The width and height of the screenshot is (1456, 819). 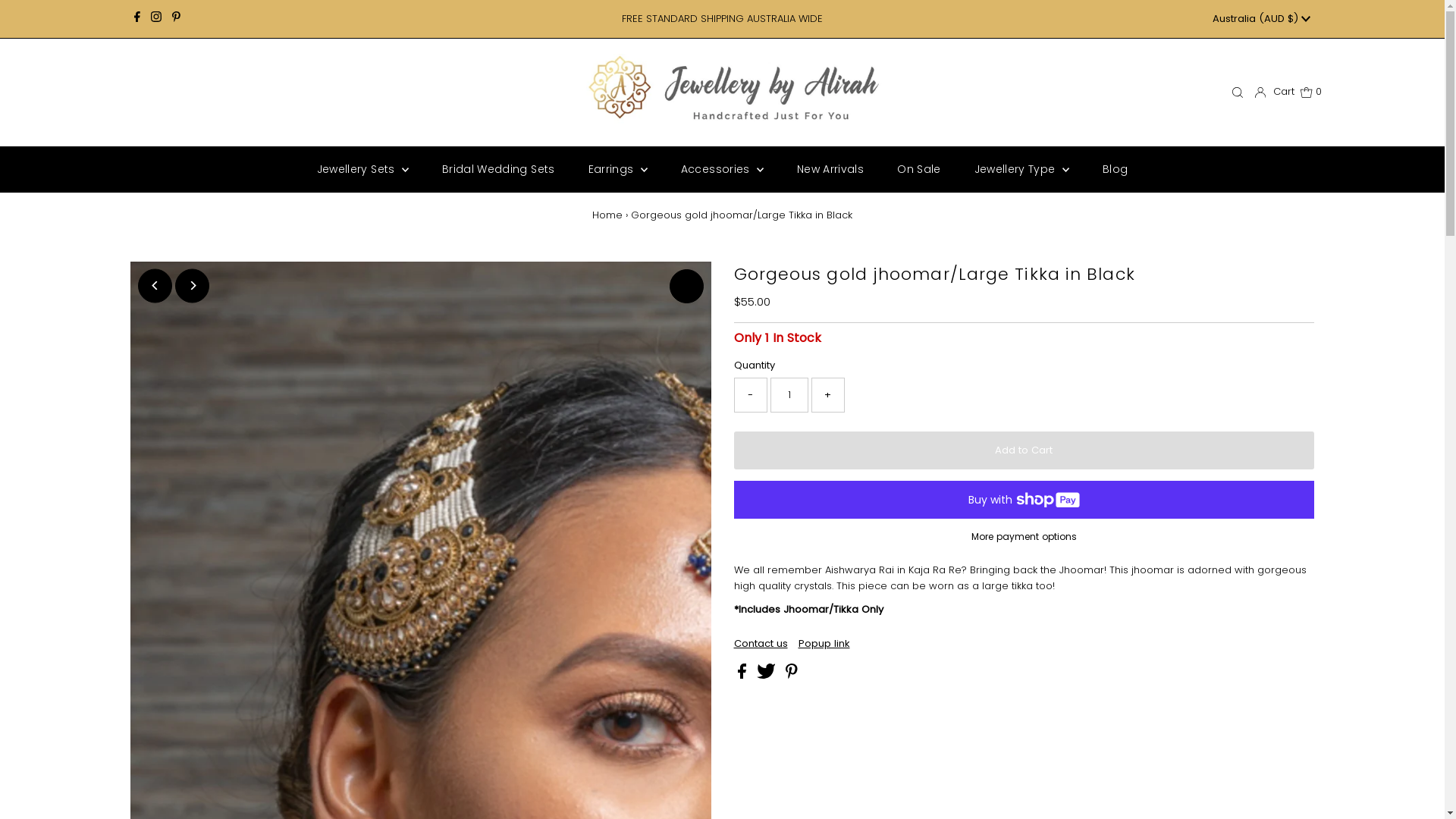 What do you see at coordinates (685, 286) in the screenshot?
I see `'Click to zoom'` at bounding box center [685, 286].